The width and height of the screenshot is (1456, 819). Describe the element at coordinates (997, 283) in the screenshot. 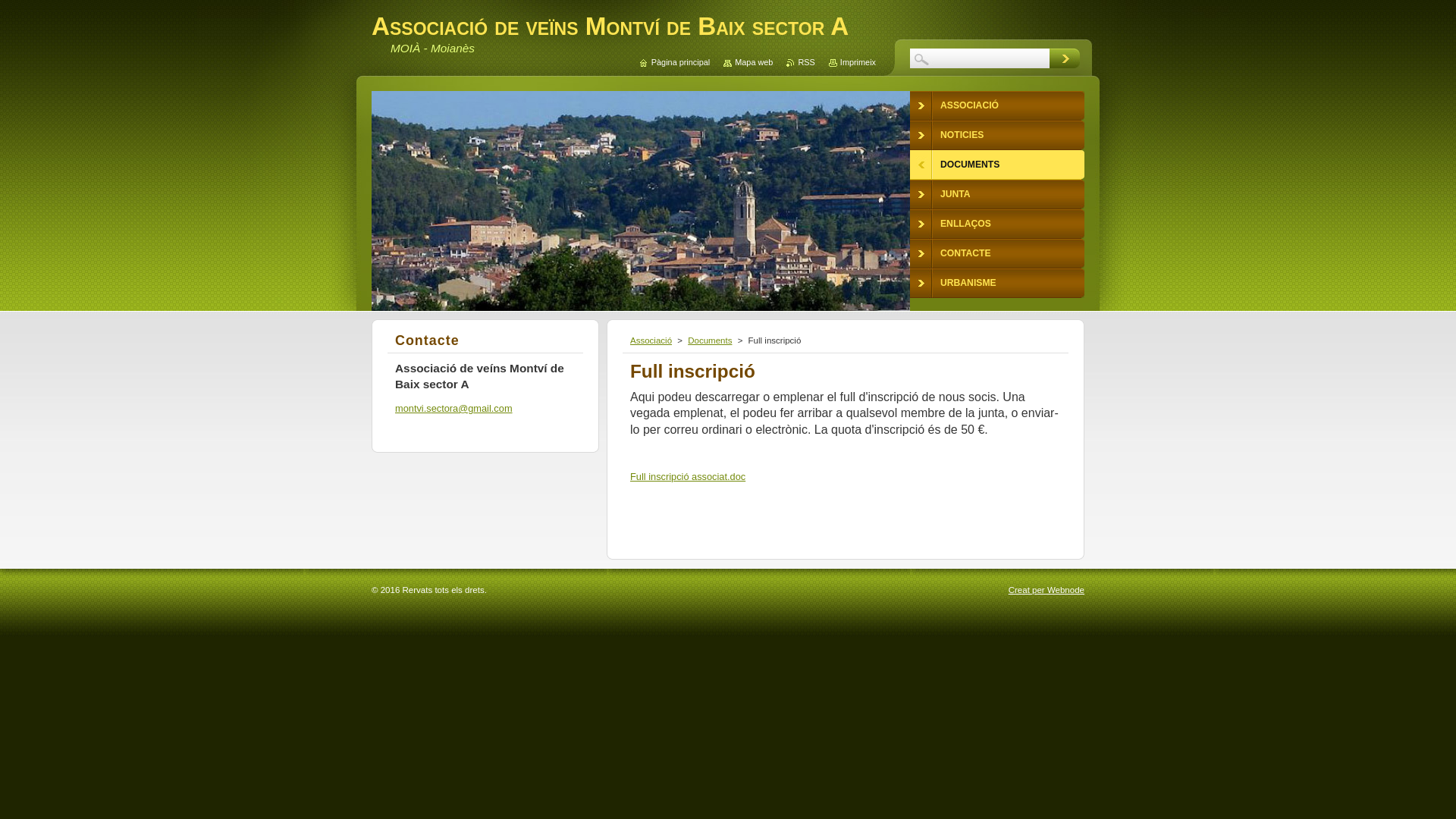

I see `'URBANISME'` at that location.